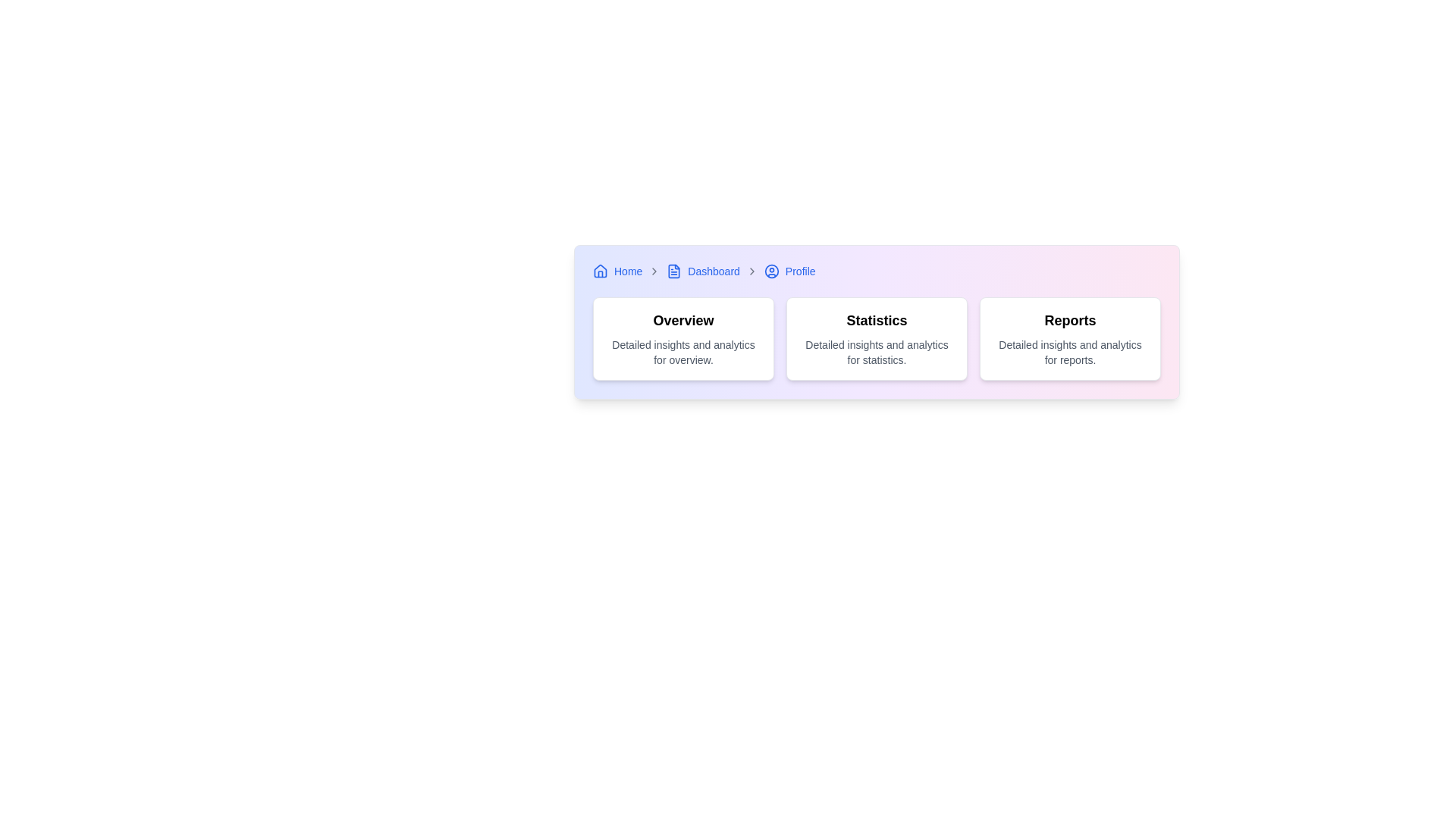 The width and height of the screenshot is (1456, 819). Describe the element at coordinates (626, 271) in the screenshot. I see `the 'Home' breadcrumb item` at that location.